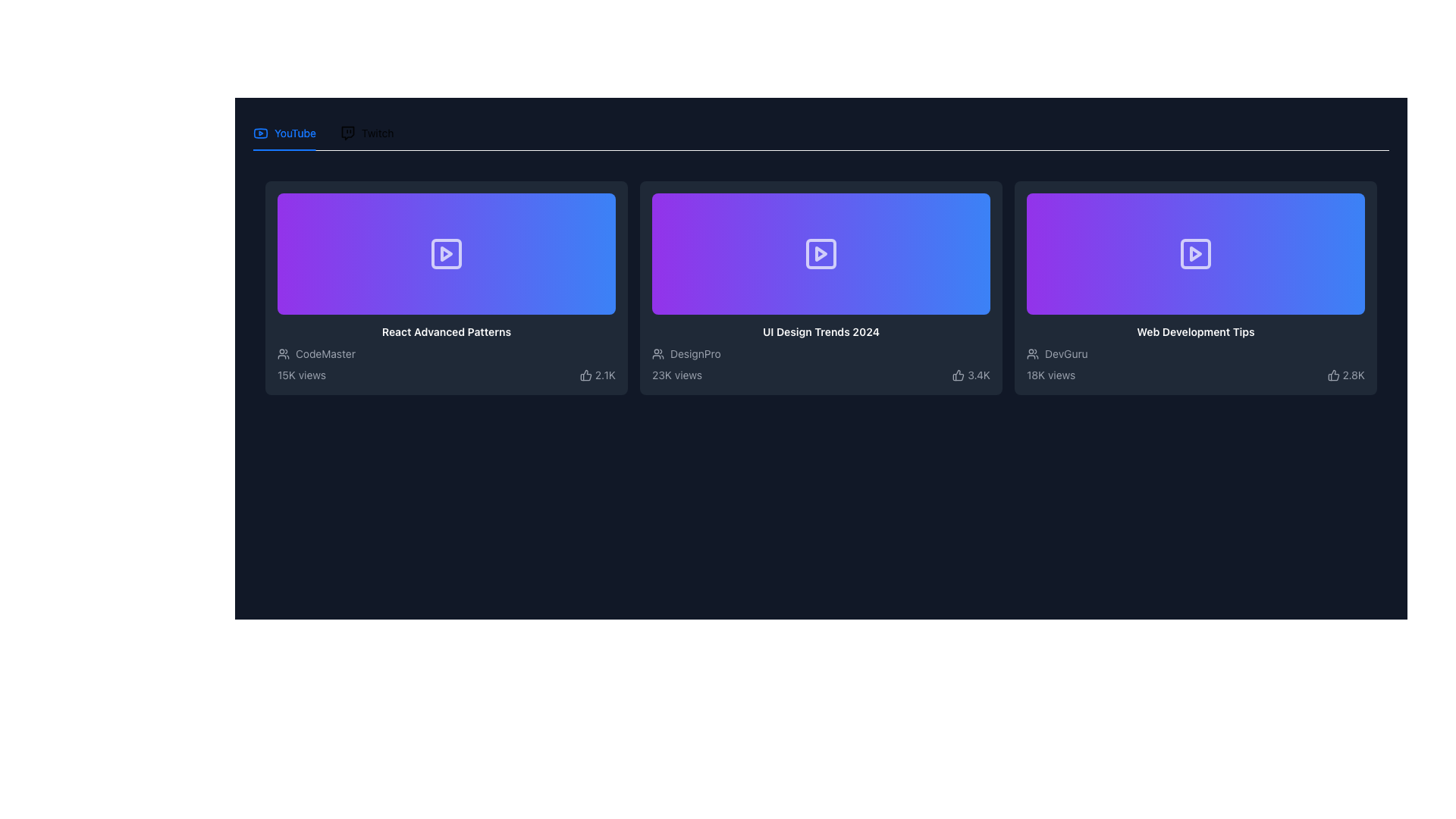 This screenshot has height=819, width=1456. I want to click on the play icon for the video titled 'UI Design Trends 2024', located at the center of the second video thumbnail, so click(821, 253).